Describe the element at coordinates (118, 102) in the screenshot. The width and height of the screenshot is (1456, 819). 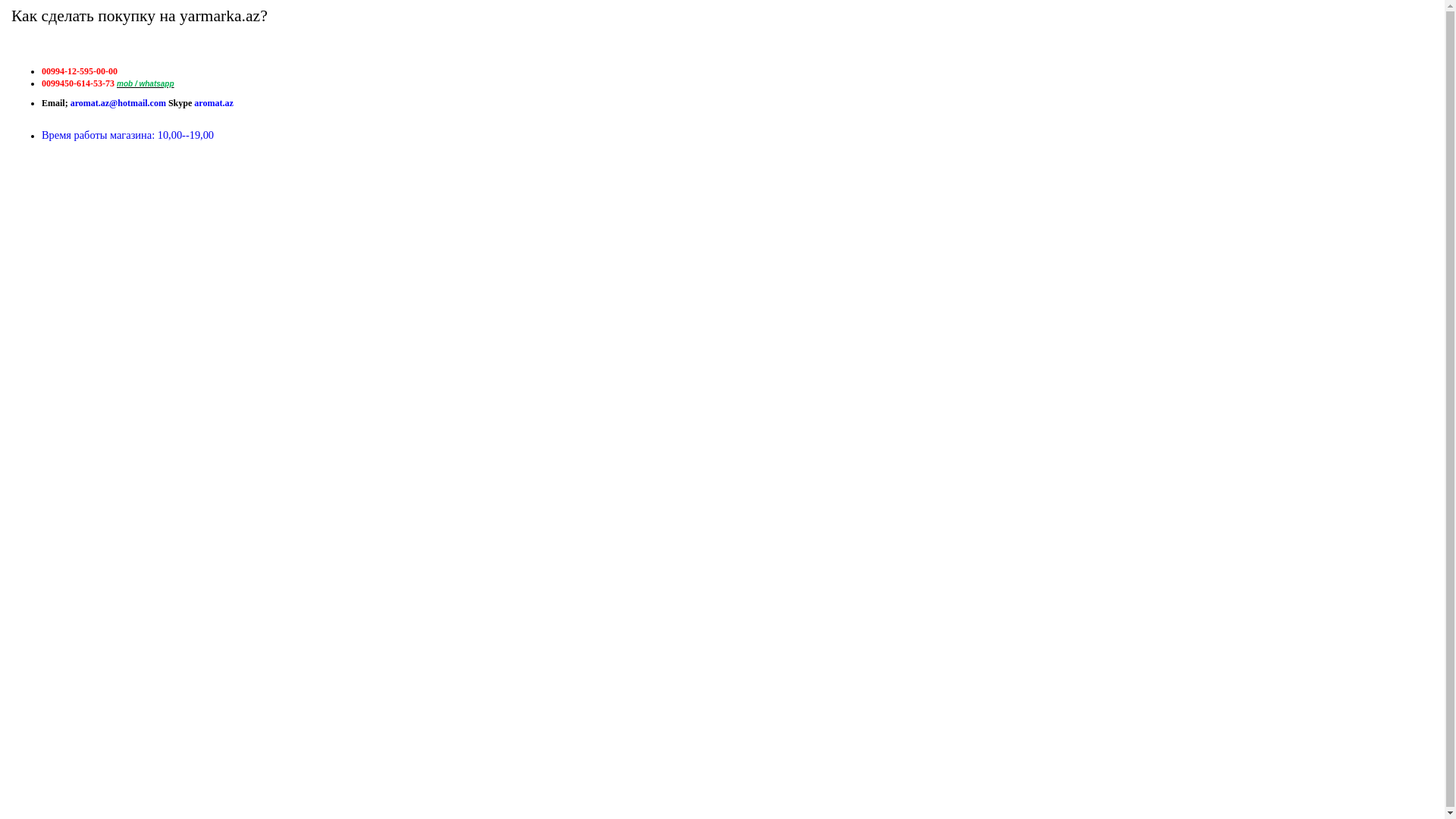
I see `'aromat.az@hotmail.com'` at that location.